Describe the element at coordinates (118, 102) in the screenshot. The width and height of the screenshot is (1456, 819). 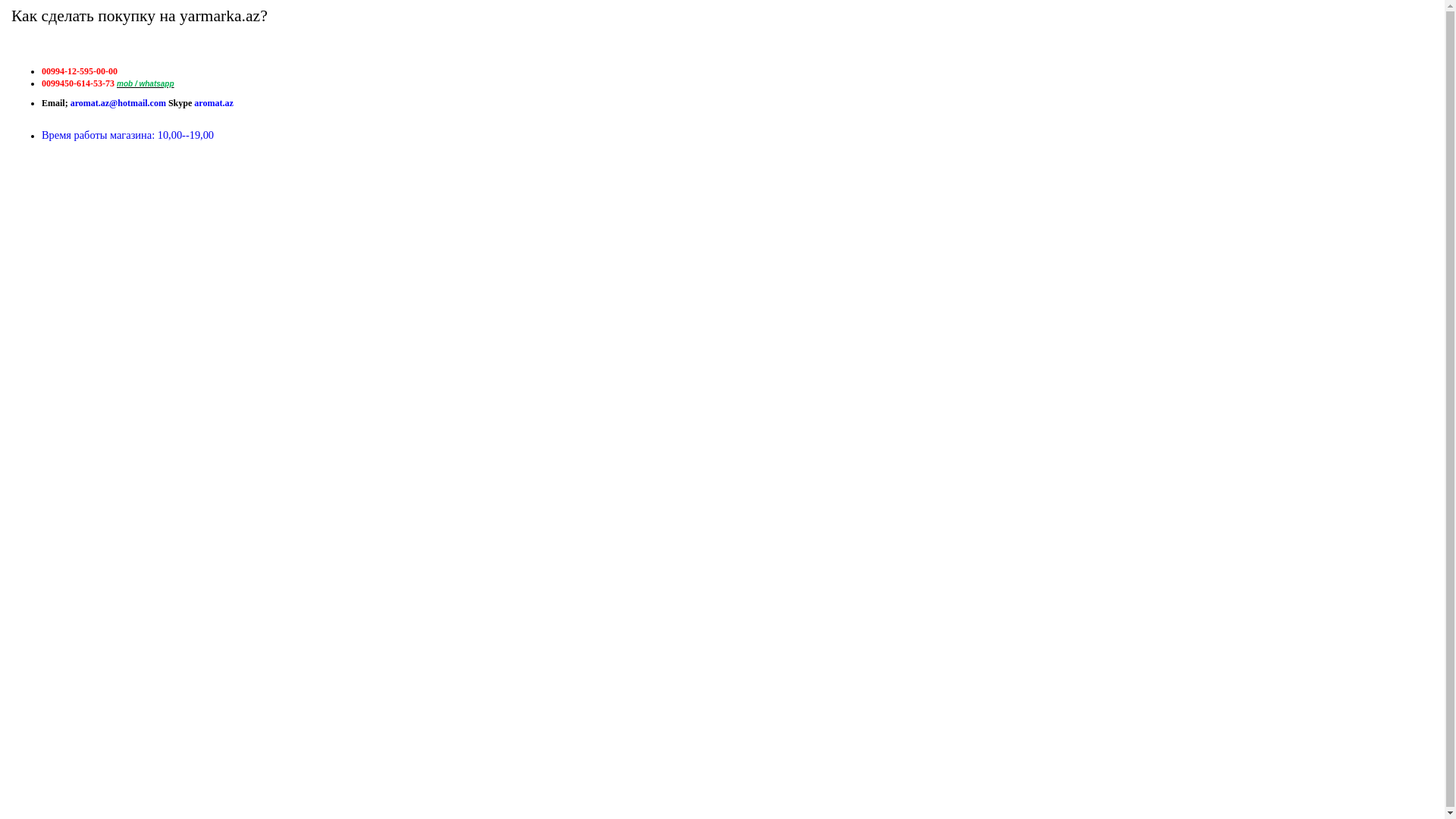
I see `'aromat.az@hotmail.com'` at that location.